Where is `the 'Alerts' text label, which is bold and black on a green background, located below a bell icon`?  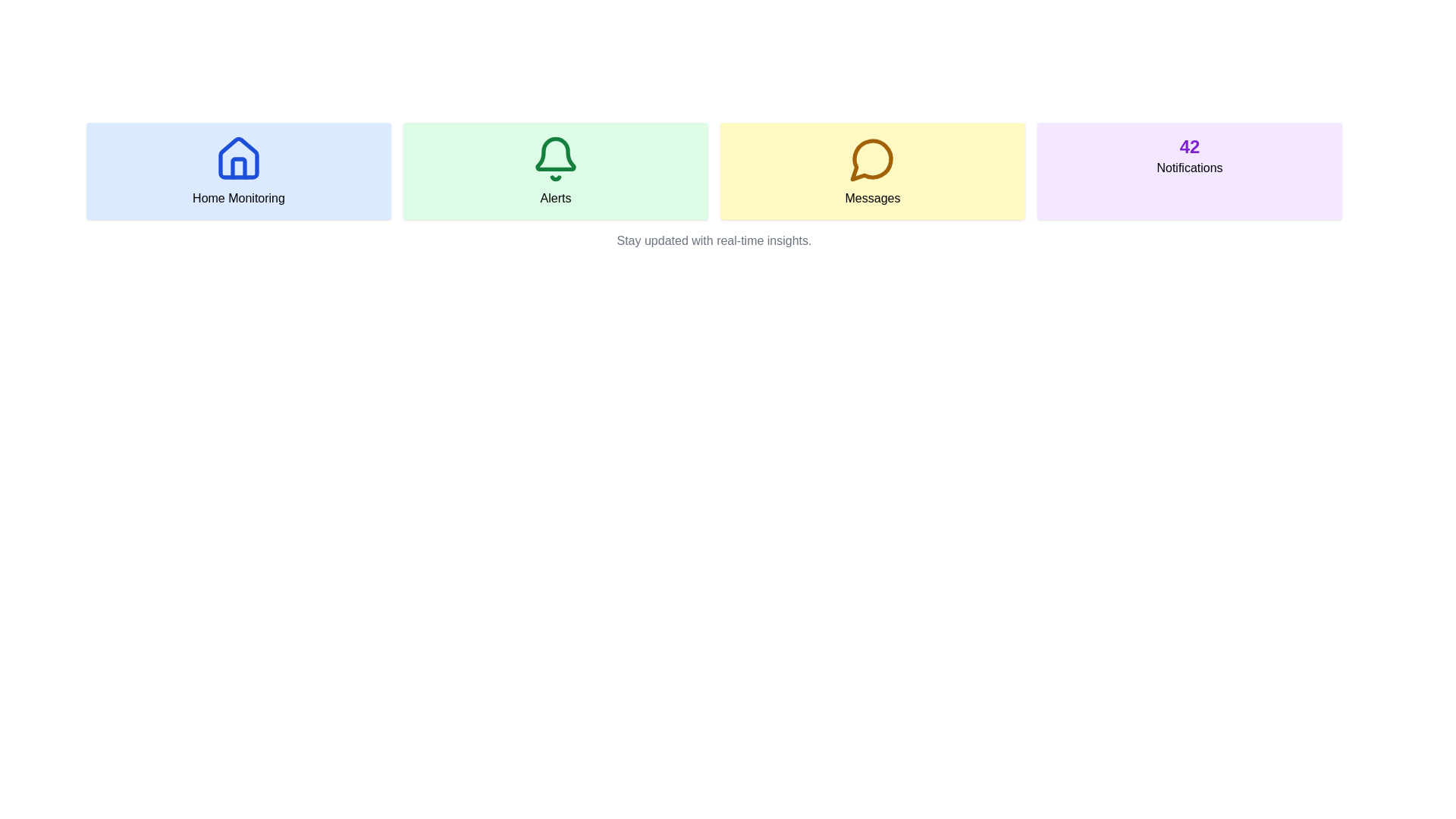 the 'Alerts' text label, which is bold and black on a green background, located below a bell icon is located at coordinates (555, 198).